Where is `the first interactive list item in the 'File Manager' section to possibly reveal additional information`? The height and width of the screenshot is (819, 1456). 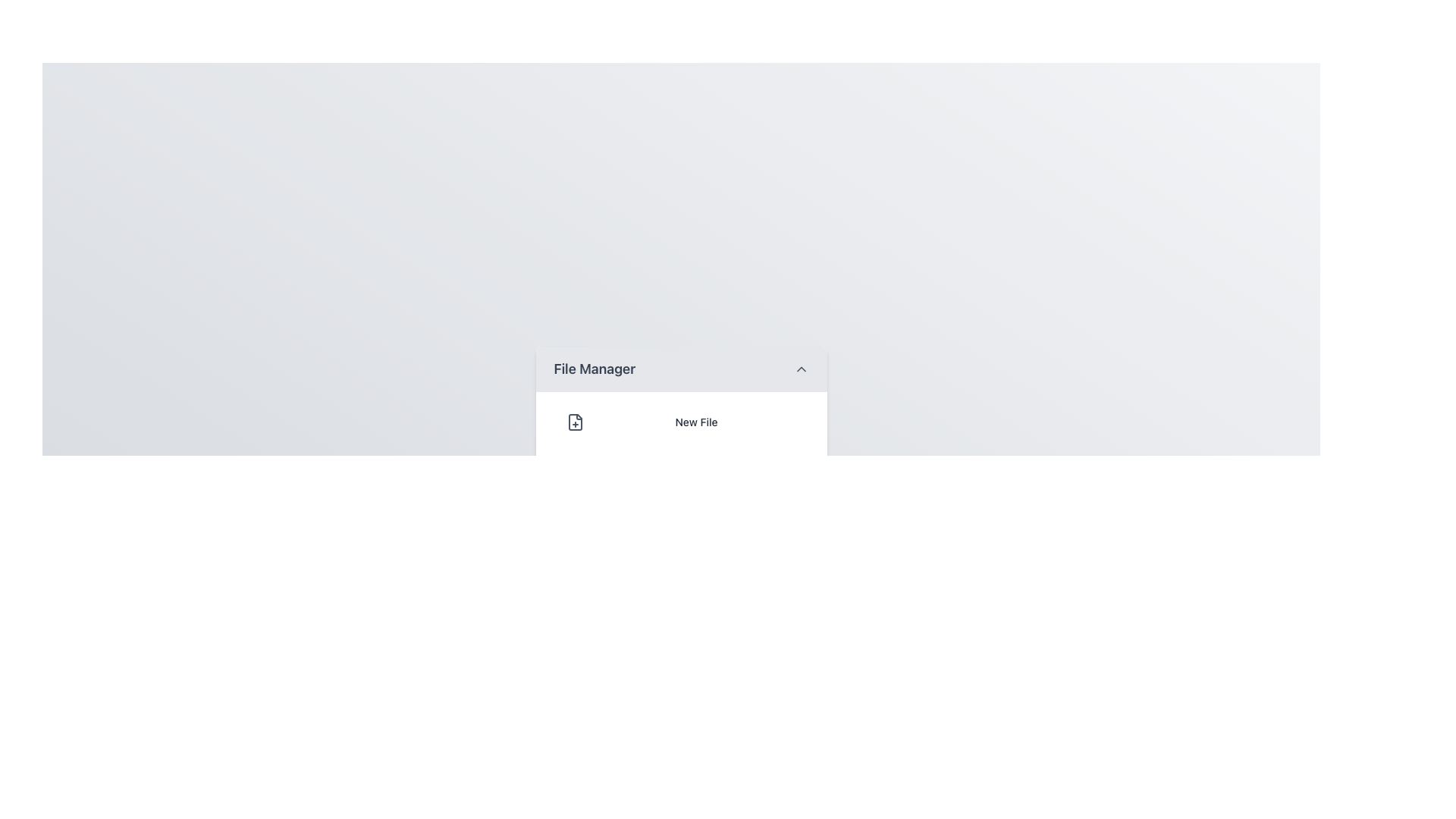
the first interactive list item in the 'File Manager' section to possibly reveal additional information is located at coordinates (680, 422).